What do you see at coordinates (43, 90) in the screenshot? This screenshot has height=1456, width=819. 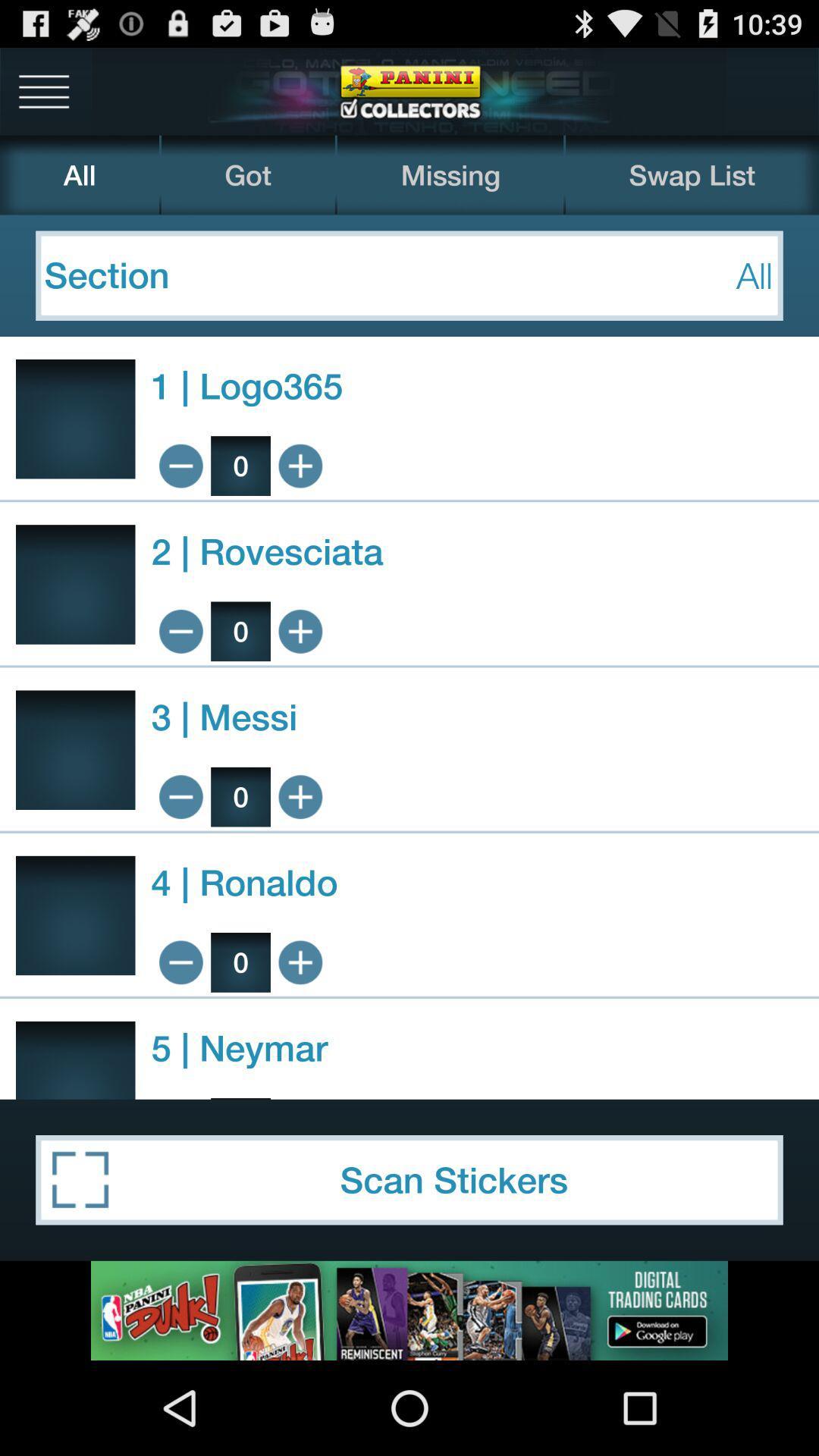 I see `show the menu` at bounding box center [43, 90].